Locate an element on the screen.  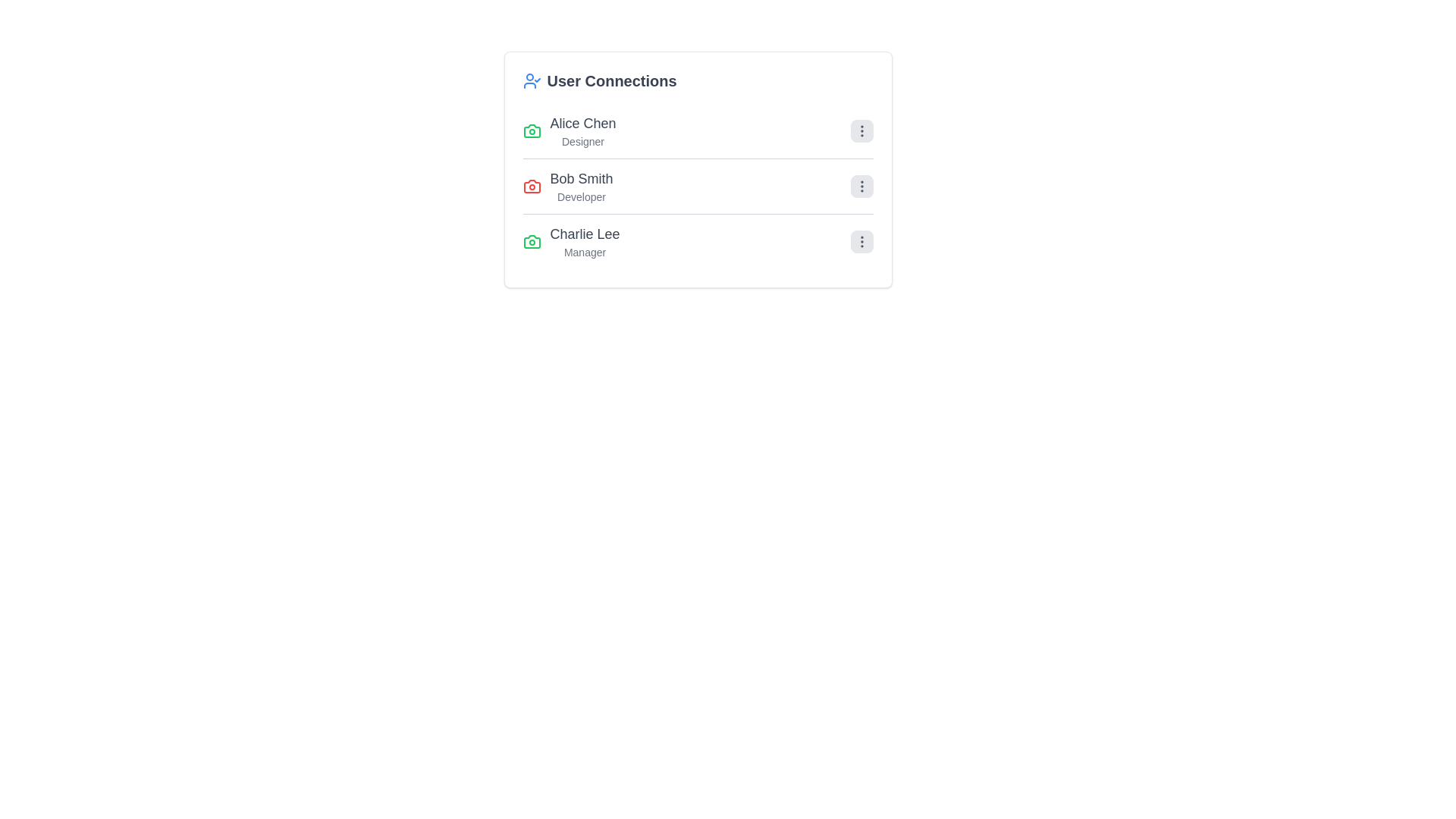
the user information card displaying the name 'Charlie Lee' and the title 'Manager', which is the third card in the 'User Connections' section is located at coordinates (570, 241).